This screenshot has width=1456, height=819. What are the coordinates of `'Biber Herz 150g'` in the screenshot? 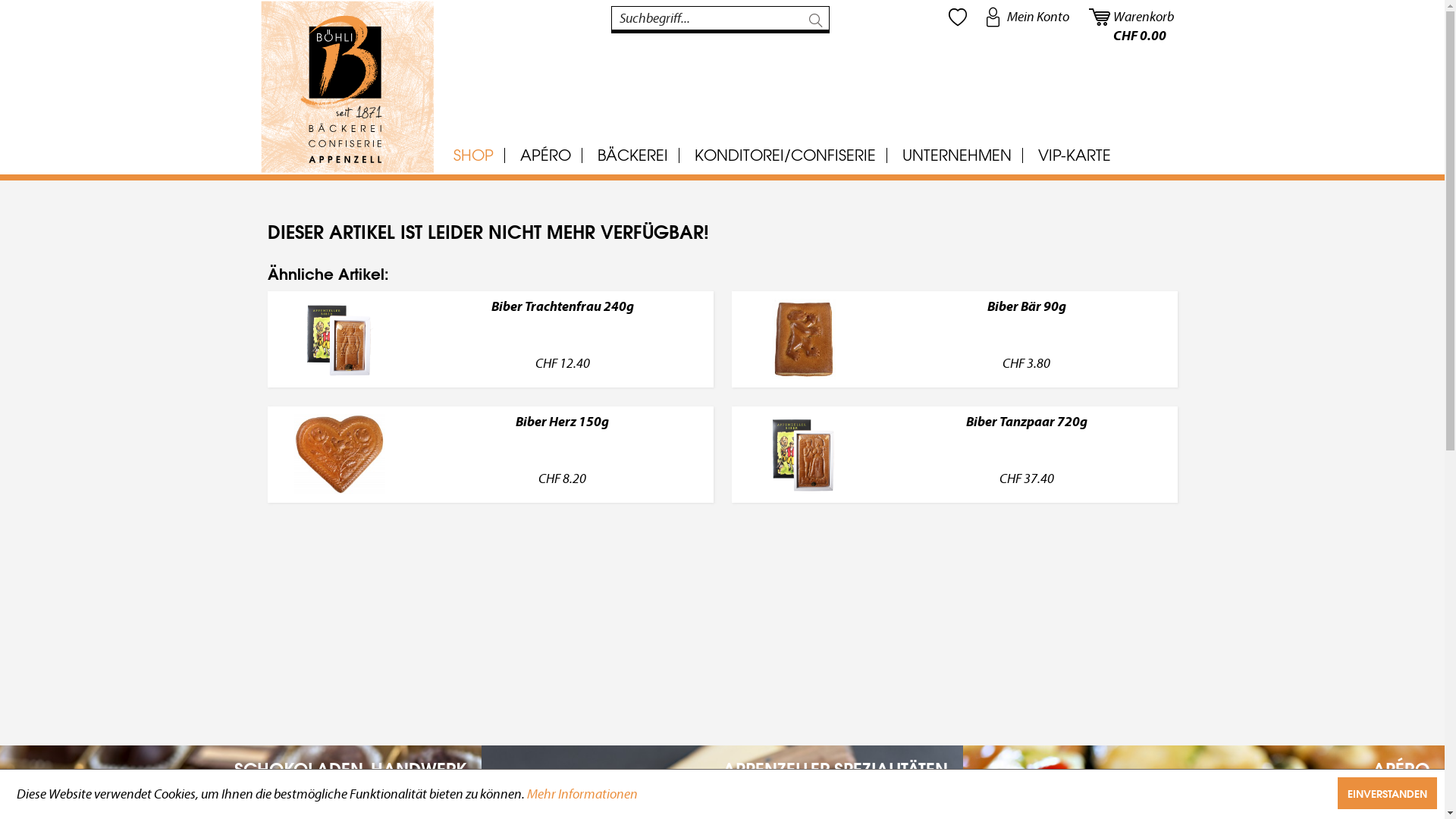 It's located at (562, 438).